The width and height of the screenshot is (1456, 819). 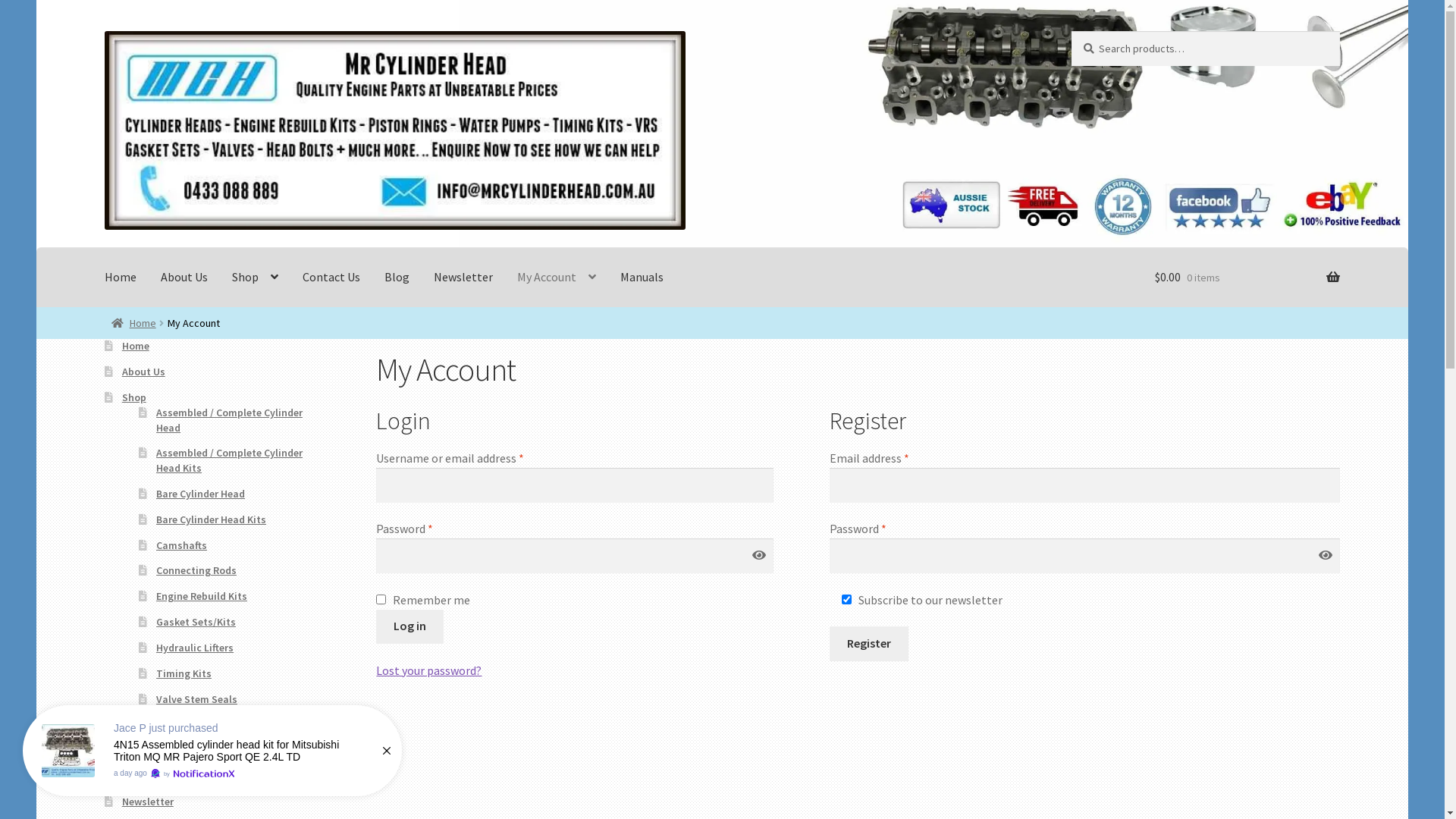 What do you see at coordinates (149, 748) in the screenshot?
I see `'Contact Us'` at bounding box center [149, 748].